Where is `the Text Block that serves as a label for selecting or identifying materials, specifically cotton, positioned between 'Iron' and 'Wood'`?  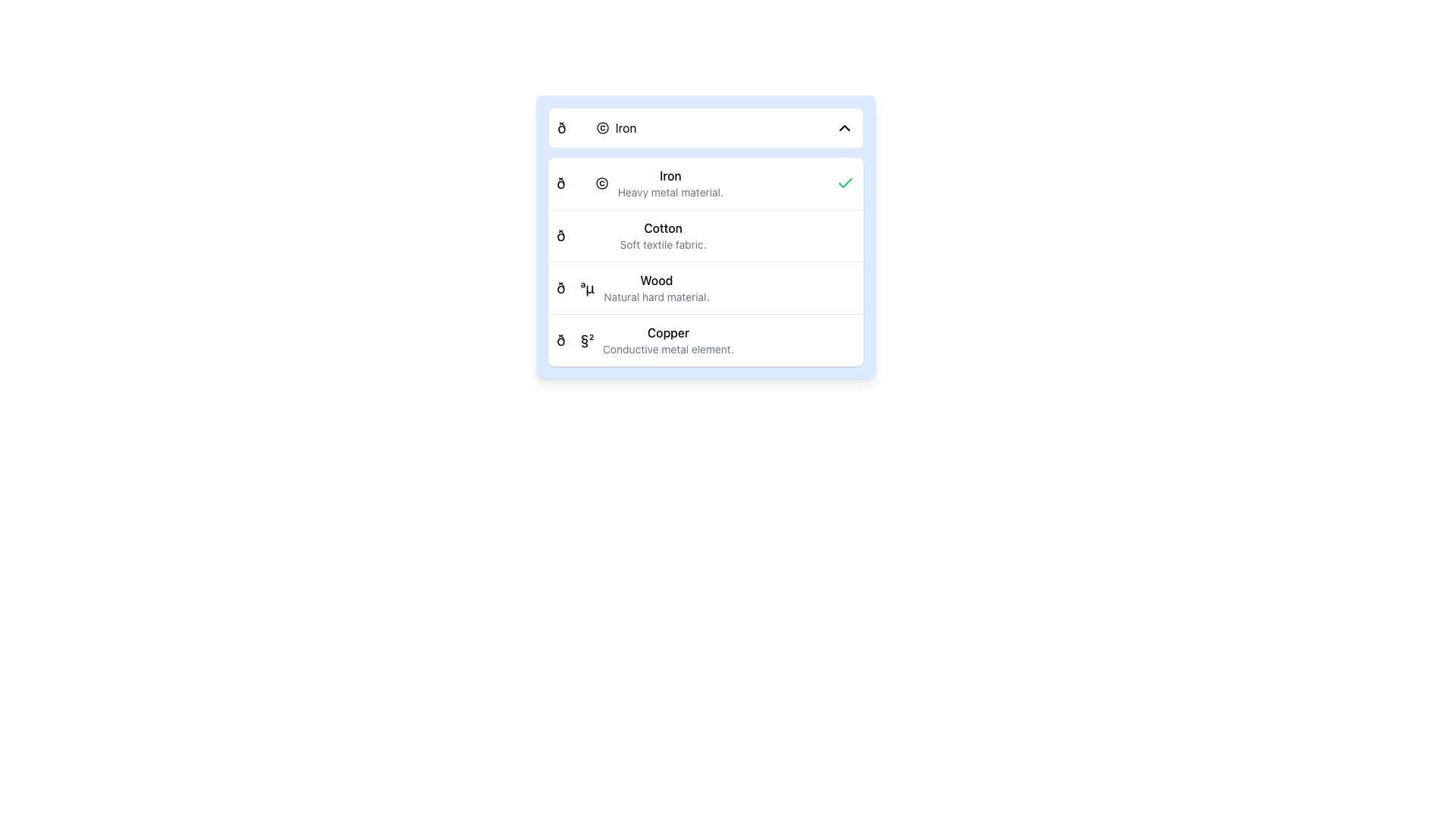
the Text Block that serves as a label for selecting or identifying materials, specifically cotton, positioned between 'Iron' and 'Wood' is located at coordinates (663, 236).